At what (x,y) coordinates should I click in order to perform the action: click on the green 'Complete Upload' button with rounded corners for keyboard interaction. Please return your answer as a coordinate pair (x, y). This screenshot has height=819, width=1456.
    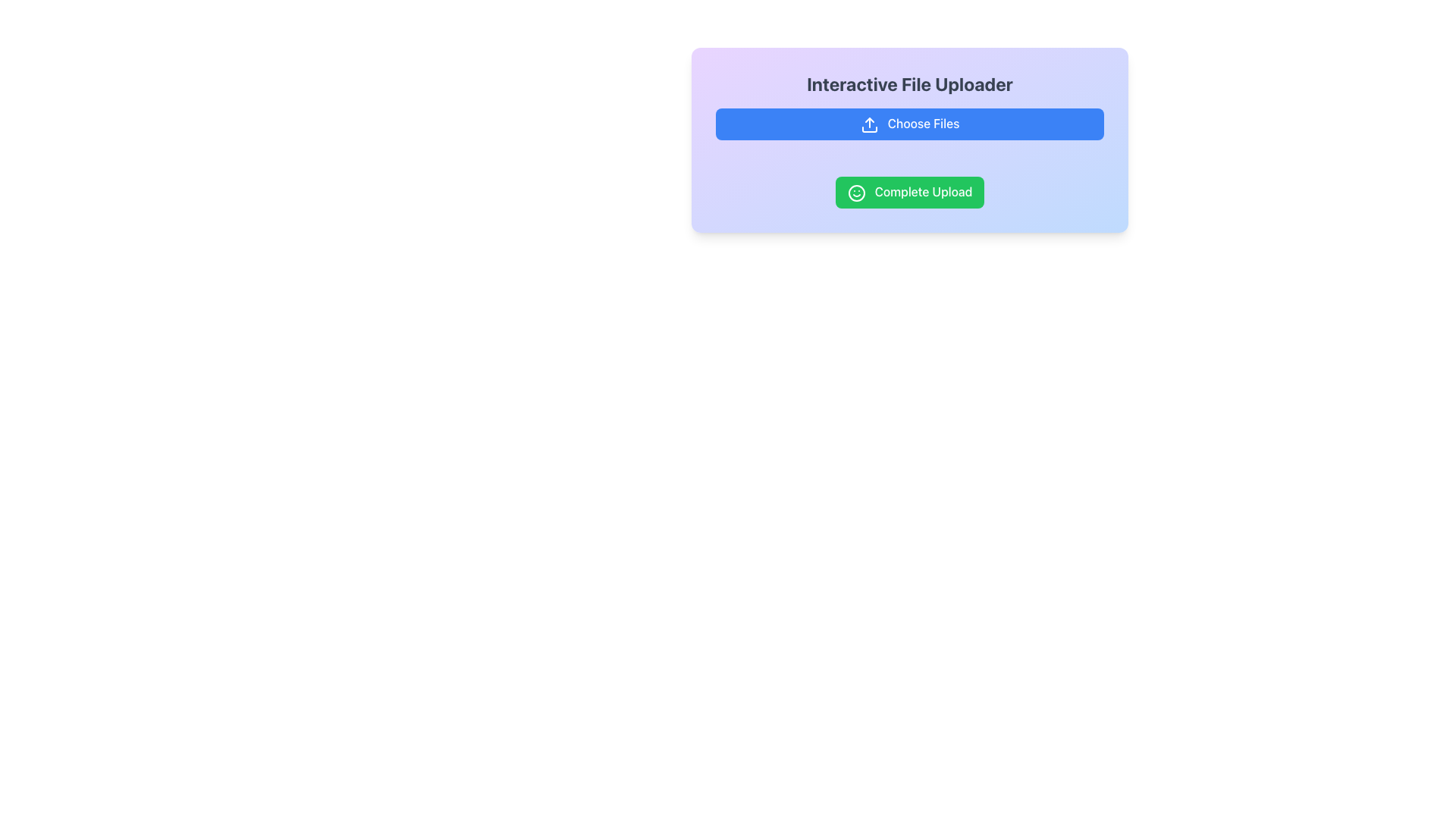
    Looking at the image, I should click on (910, 191).